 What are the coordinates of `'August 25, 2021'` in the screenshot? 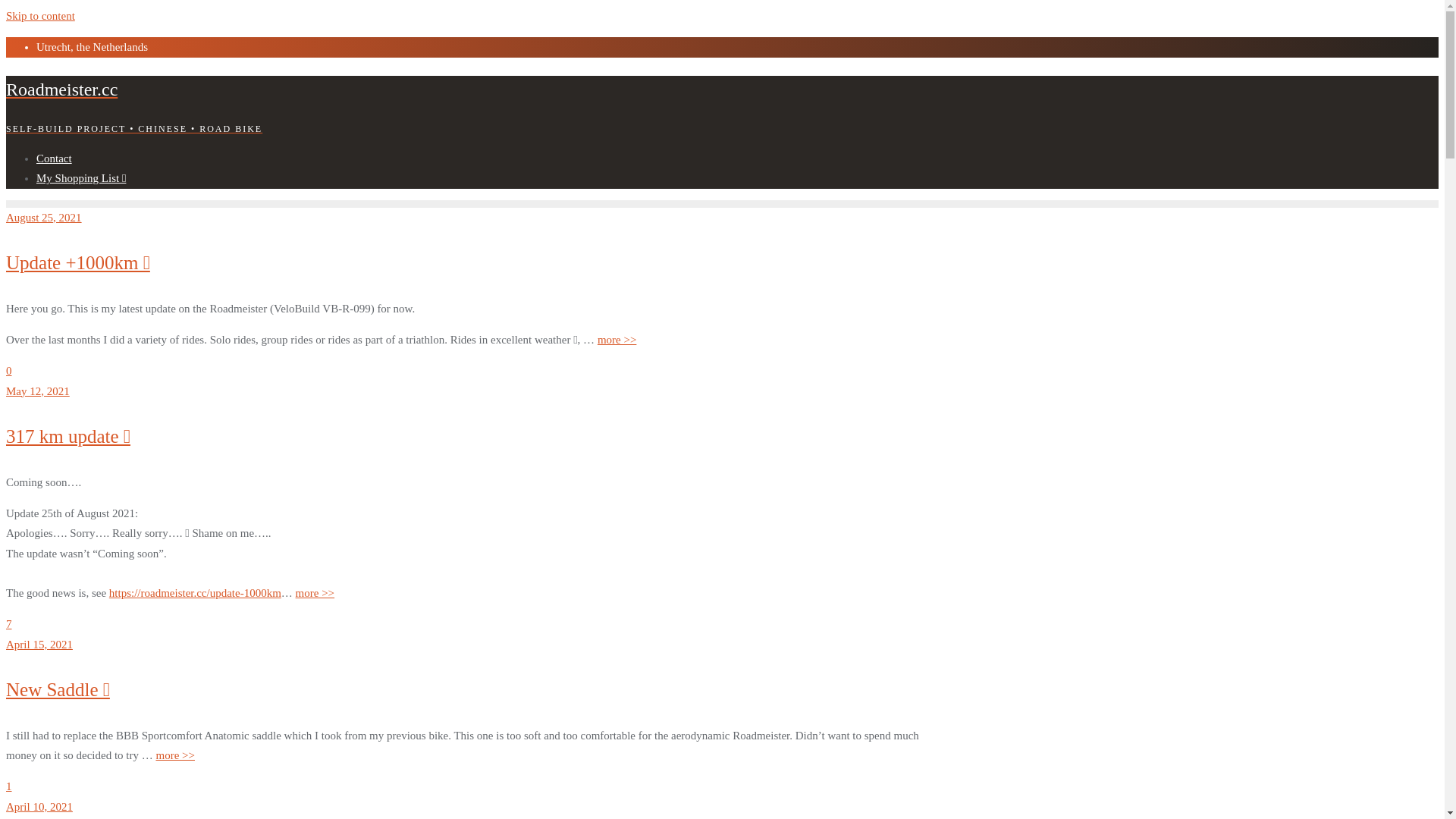 It's located at (6, 217).